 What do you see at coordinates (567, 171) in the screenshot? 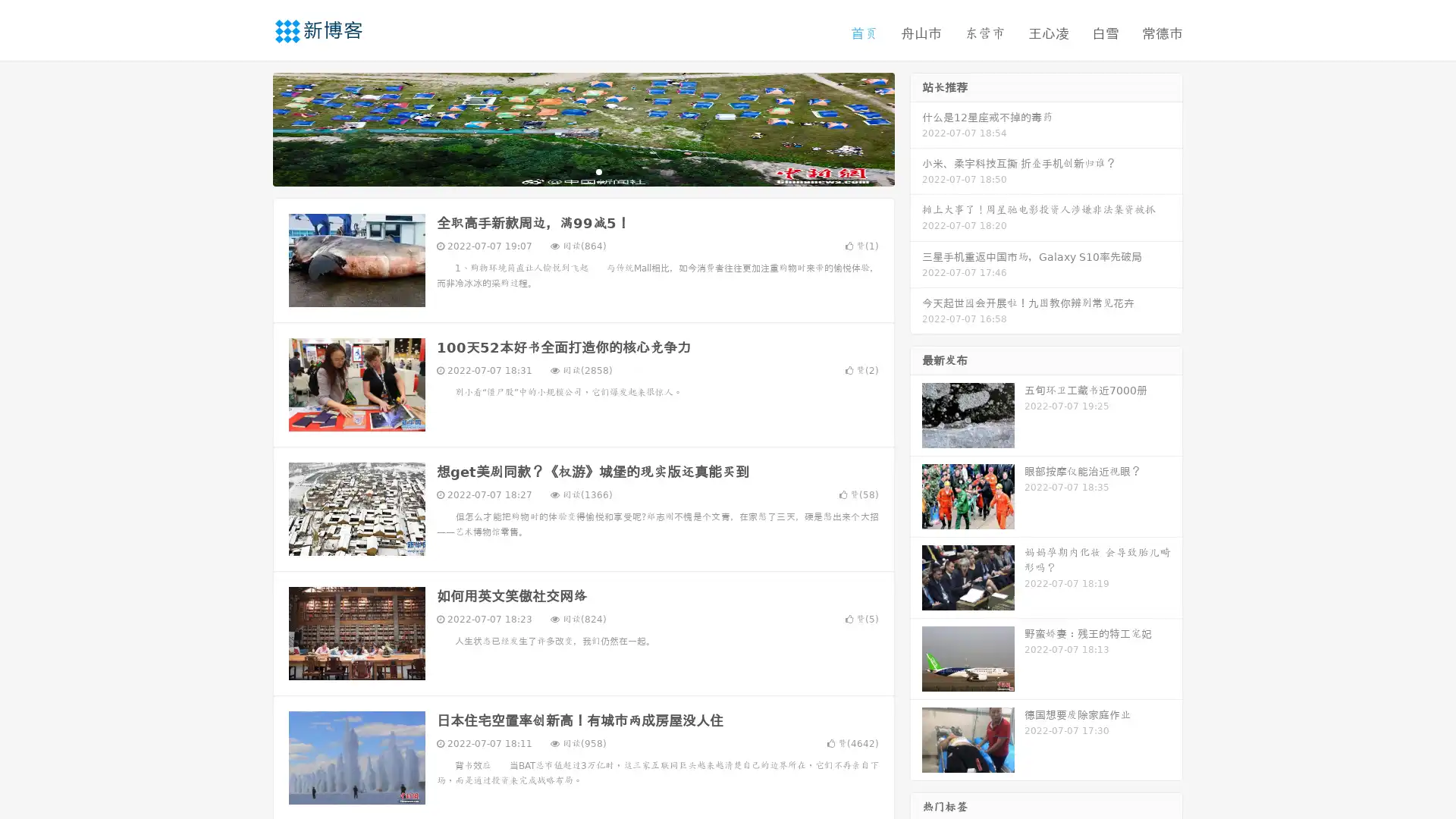
I see `Go to slide 1` at bounding box center [567, 171].